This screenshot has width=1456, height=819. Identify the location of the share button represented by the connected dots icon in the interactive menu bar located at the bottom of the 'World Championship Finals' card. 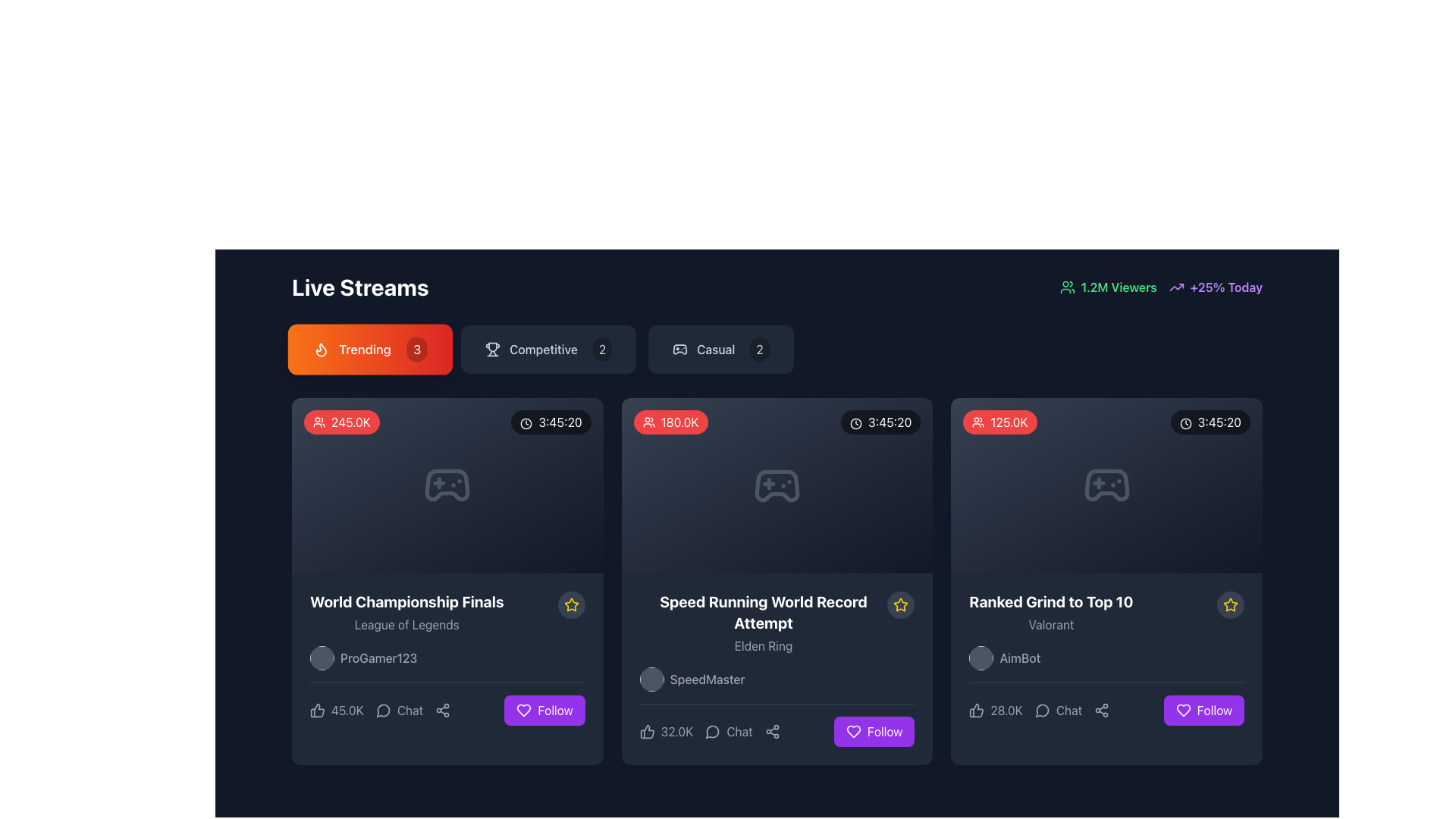
(447, 704).